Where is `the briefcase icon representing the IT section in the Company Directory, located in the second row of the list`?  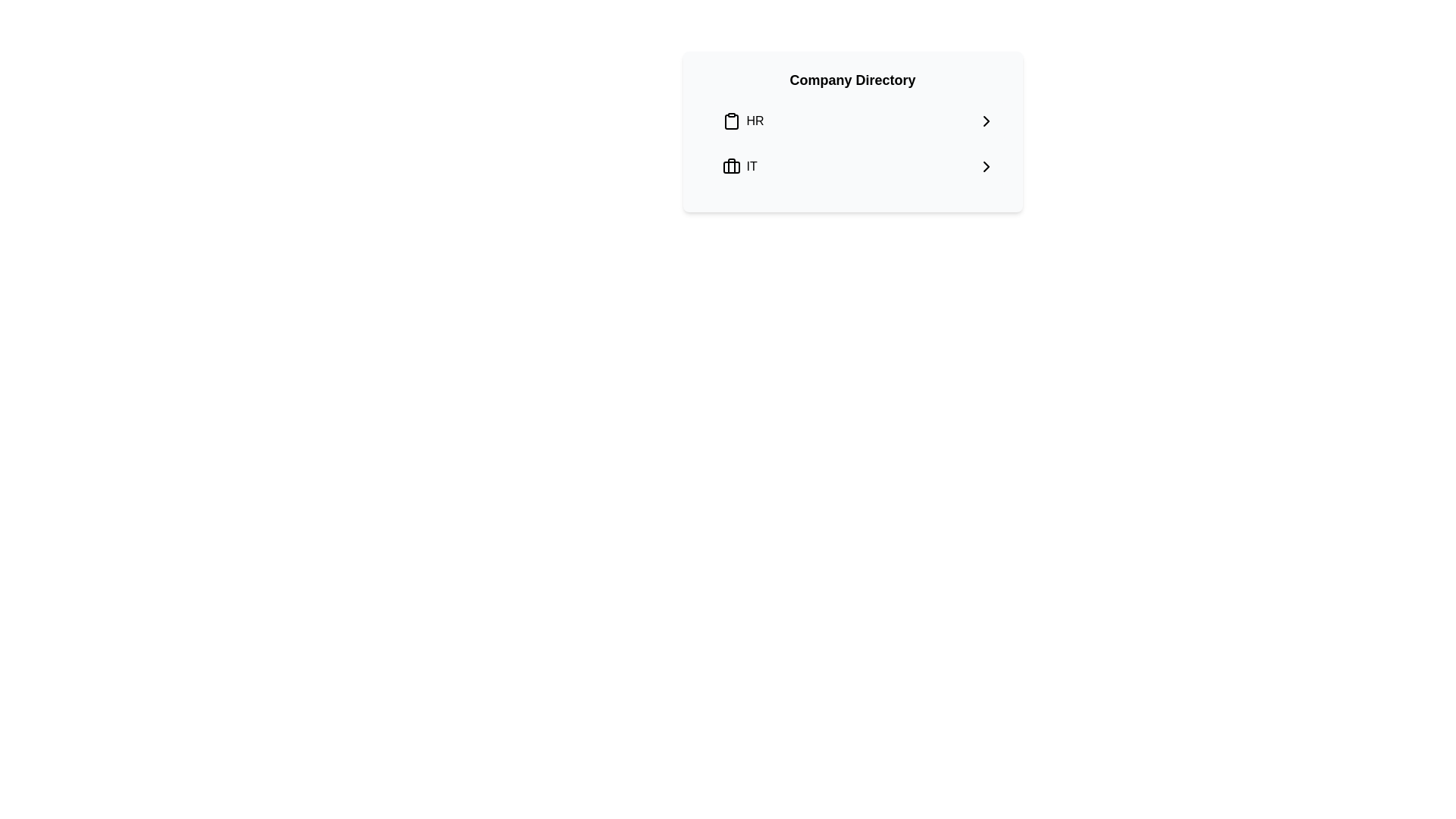
the briefcase icon representing the IT section in the Company Directory, located in the second row of the list is located at coordinates (731, 166).